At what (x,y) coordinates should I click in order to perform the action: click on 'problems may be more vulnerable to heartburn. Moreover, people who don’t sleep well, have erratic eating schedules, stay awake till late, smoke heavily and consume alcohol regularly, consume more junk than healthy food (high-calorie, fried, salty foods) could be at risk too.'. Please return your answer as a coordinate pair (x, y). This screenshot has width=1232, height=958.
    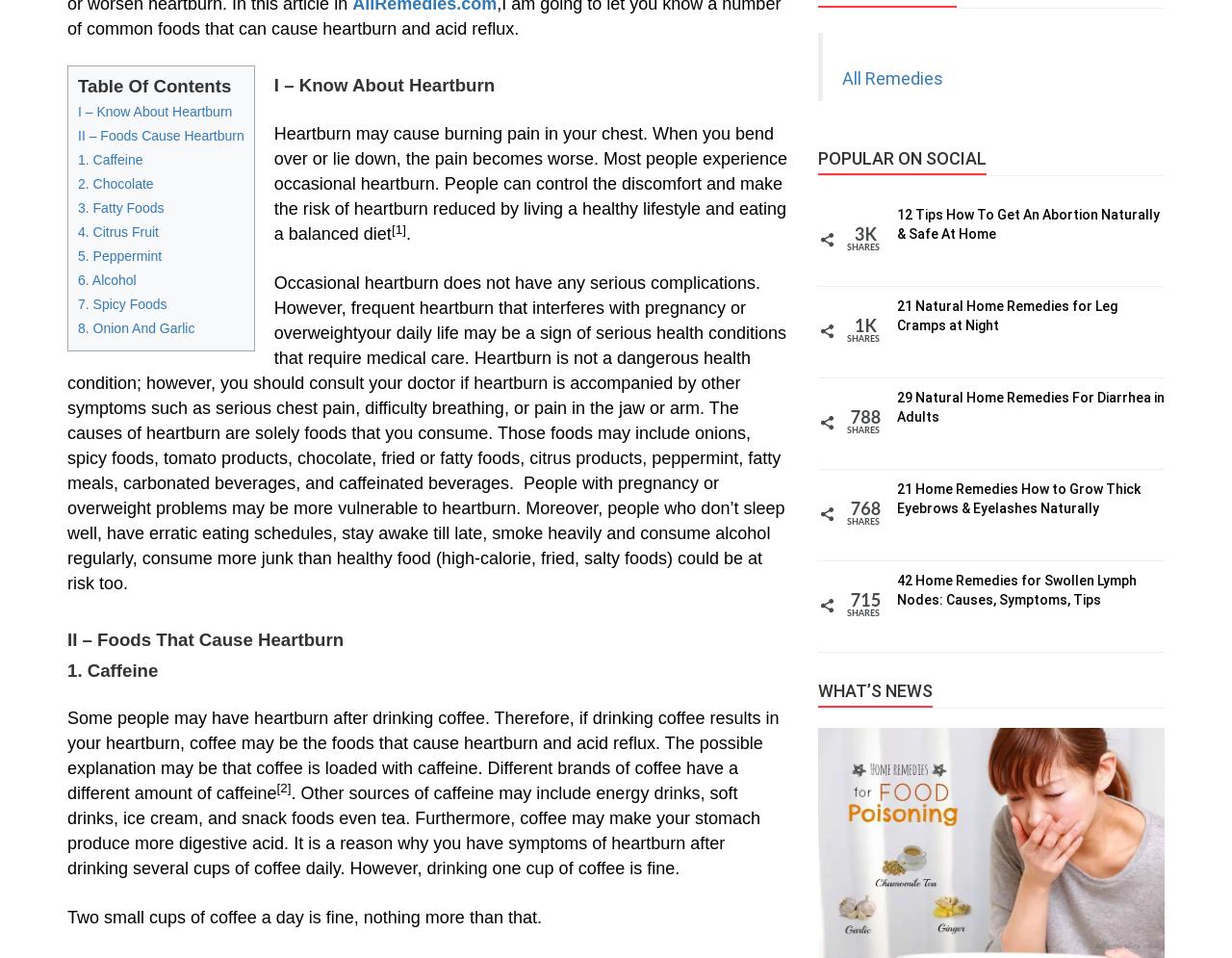
    Looking at the image, I should click on (424, 545).